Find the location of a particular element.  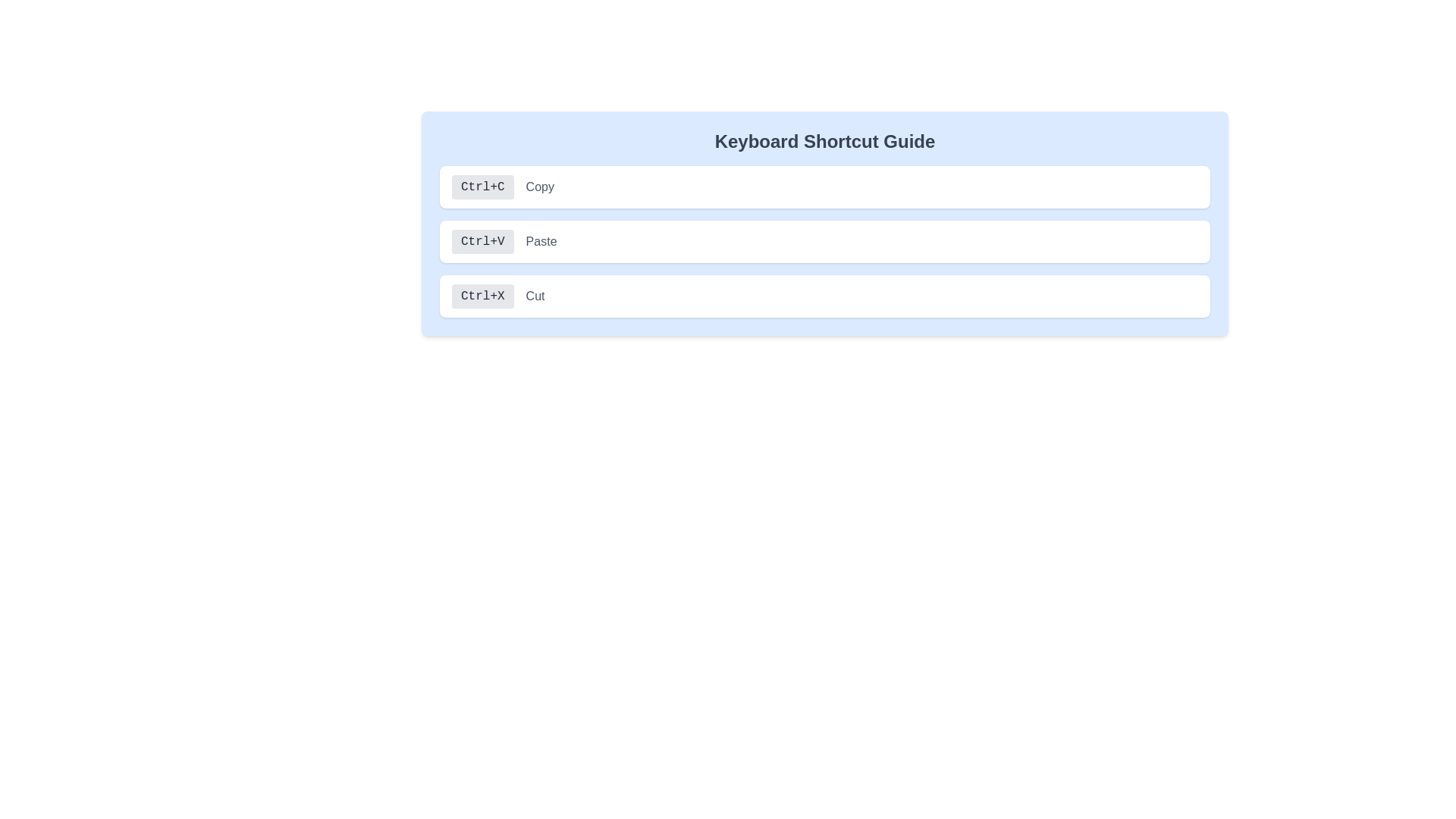

the text heading displaying 'Keyboard Shortcut Guide' which is bold, large, dark gray on a light blue background, located centrally at the top of the interface is located at coordinates (824, 141).